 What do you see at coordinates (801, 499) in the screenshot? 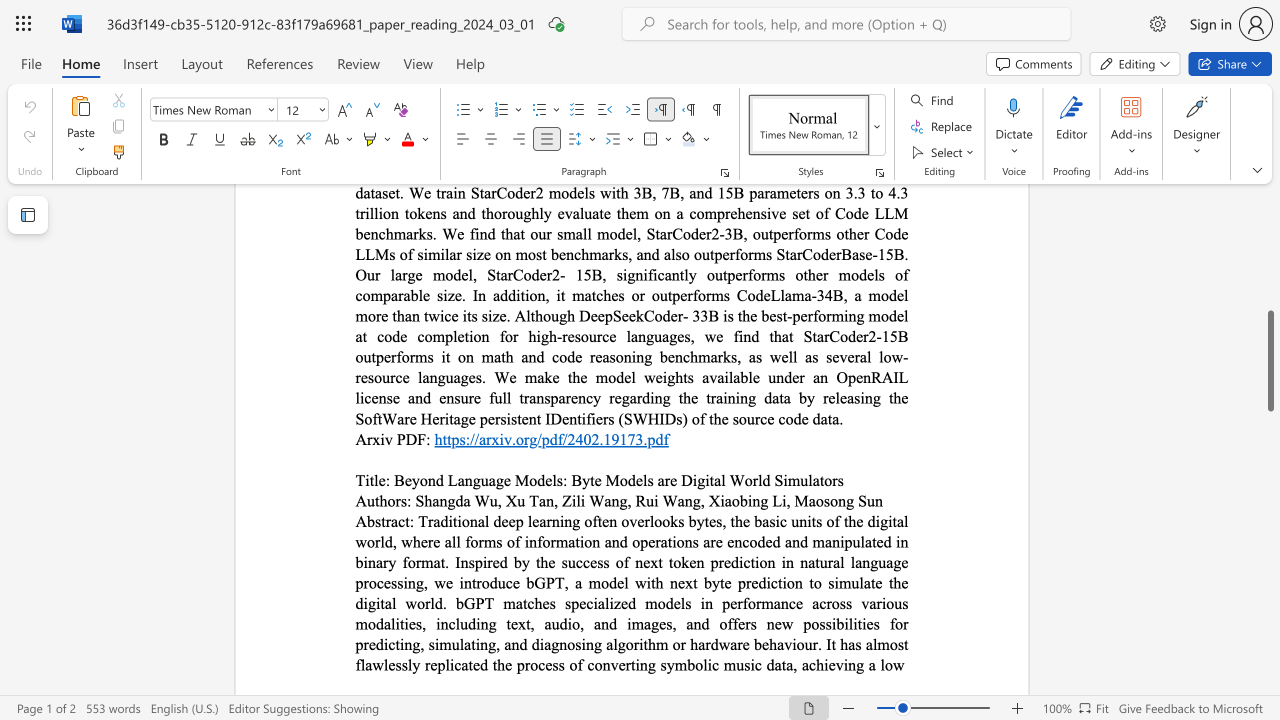
I see `the 1th character "M" in the text` at bounding box center [801, 499].